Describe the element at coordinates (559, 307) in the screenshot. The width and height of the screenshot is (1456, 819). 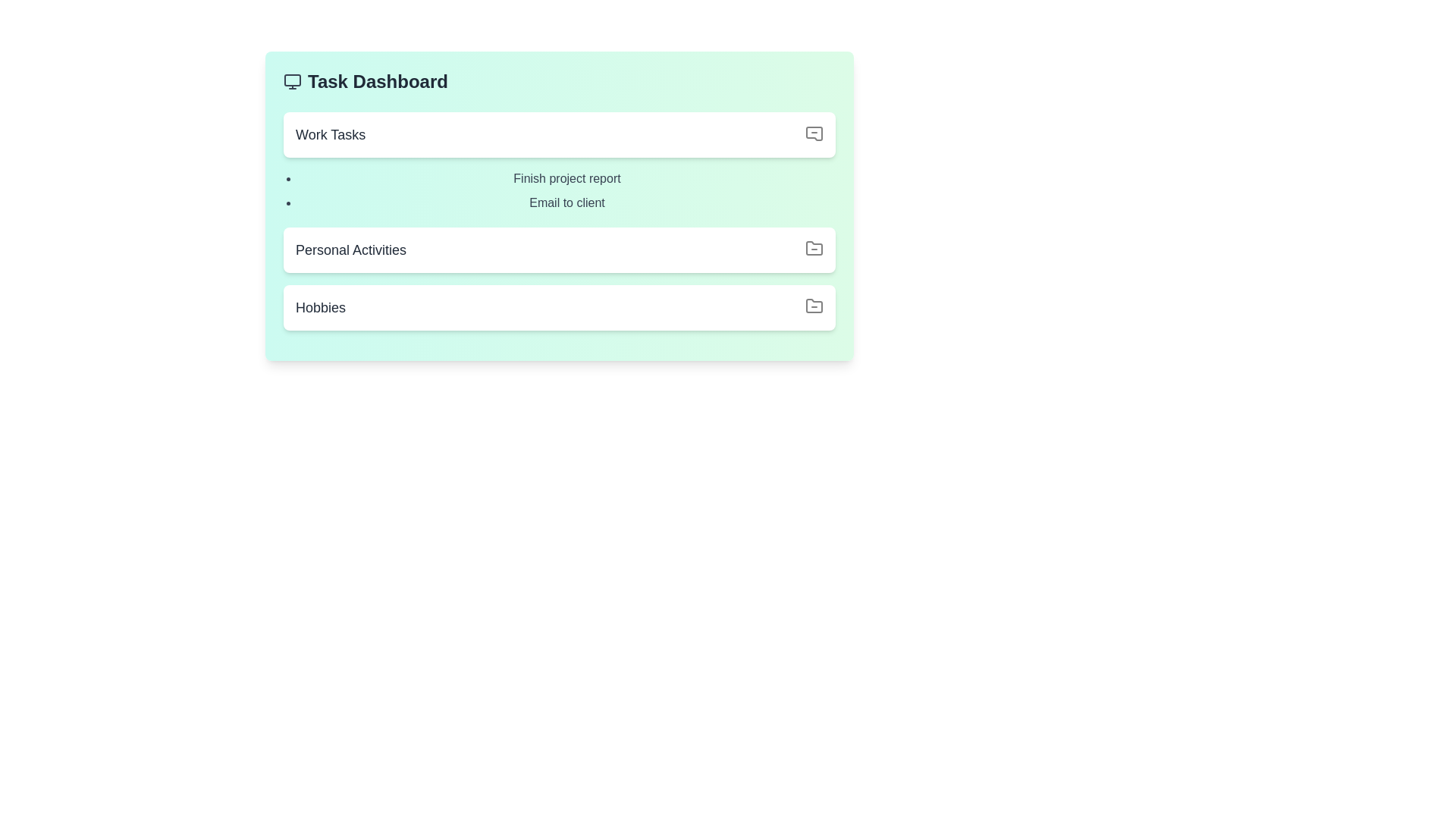
I see `the section title Hobbies to observe any visual changes` at that location.